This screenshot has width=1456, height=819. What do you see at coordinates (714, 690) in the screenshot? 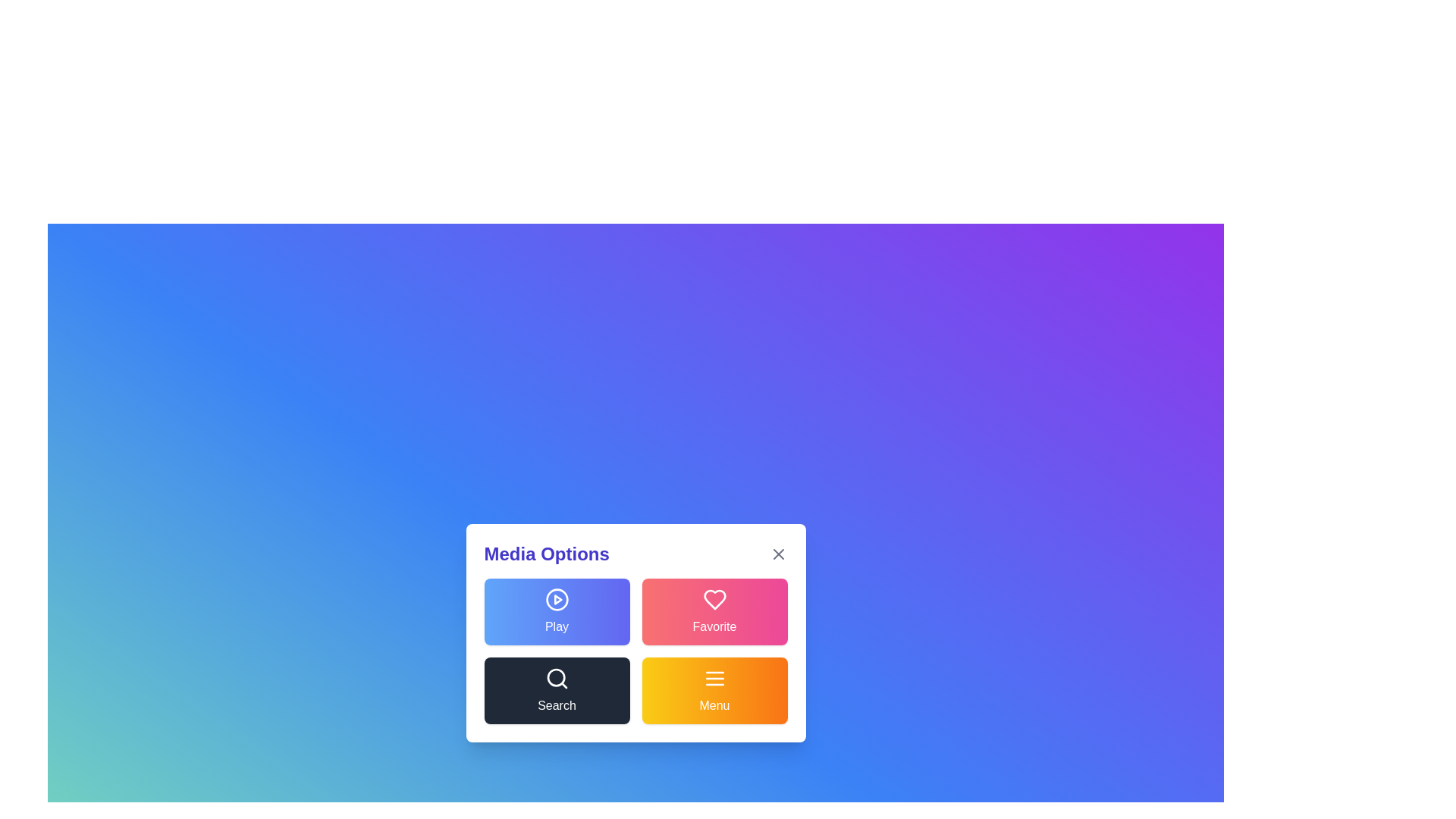
I see `the button located in the bottom-right corner of the interface, directly below the 'Favorite' button and to the right of the 'Search' button` at bounding box center [714, 690].